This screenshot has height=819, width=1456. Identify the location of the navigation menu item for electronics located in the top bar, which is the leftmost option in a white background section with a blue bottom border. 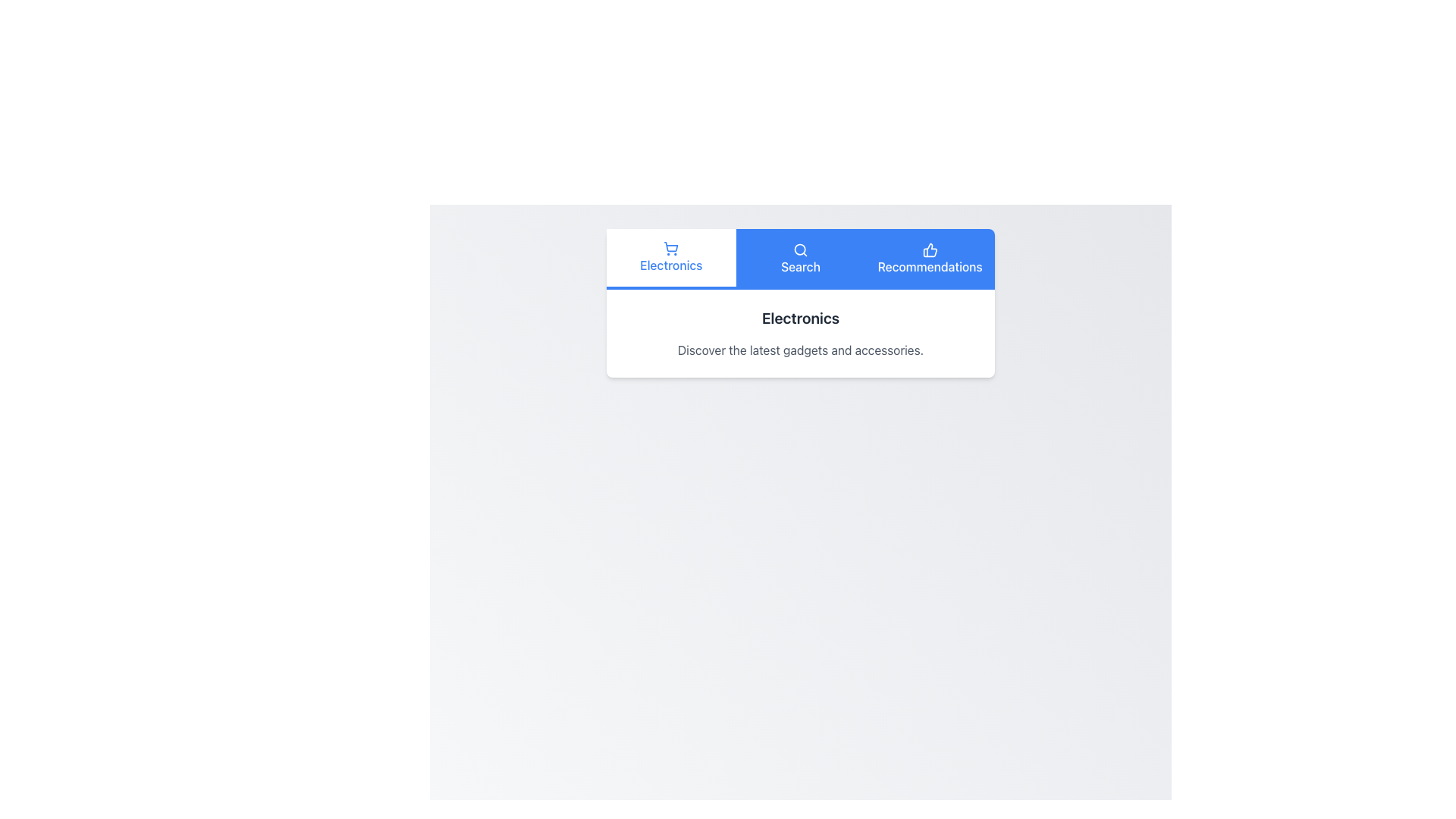
(670, 256).